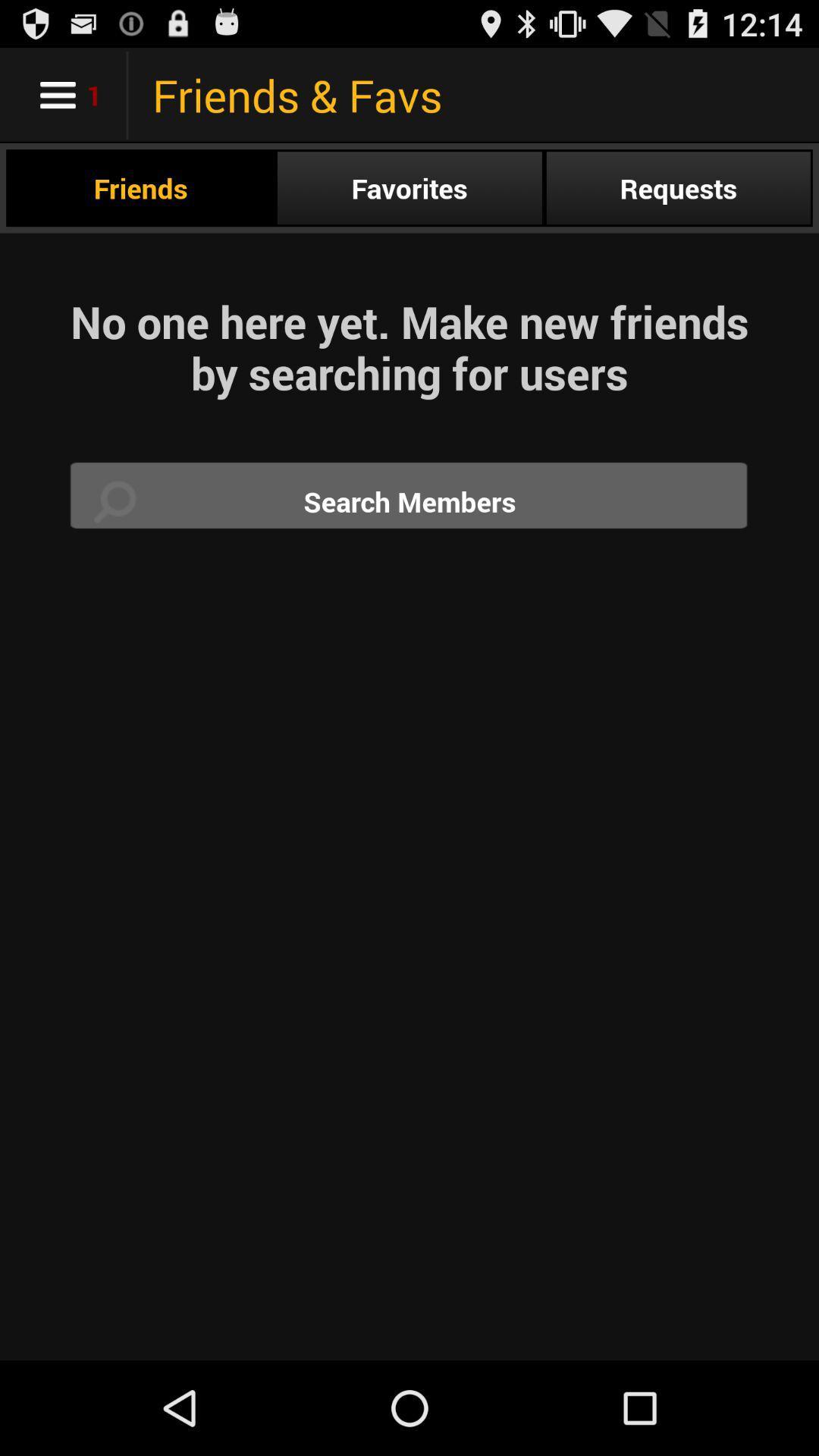  I want to click on the requests, so click(677, 187).